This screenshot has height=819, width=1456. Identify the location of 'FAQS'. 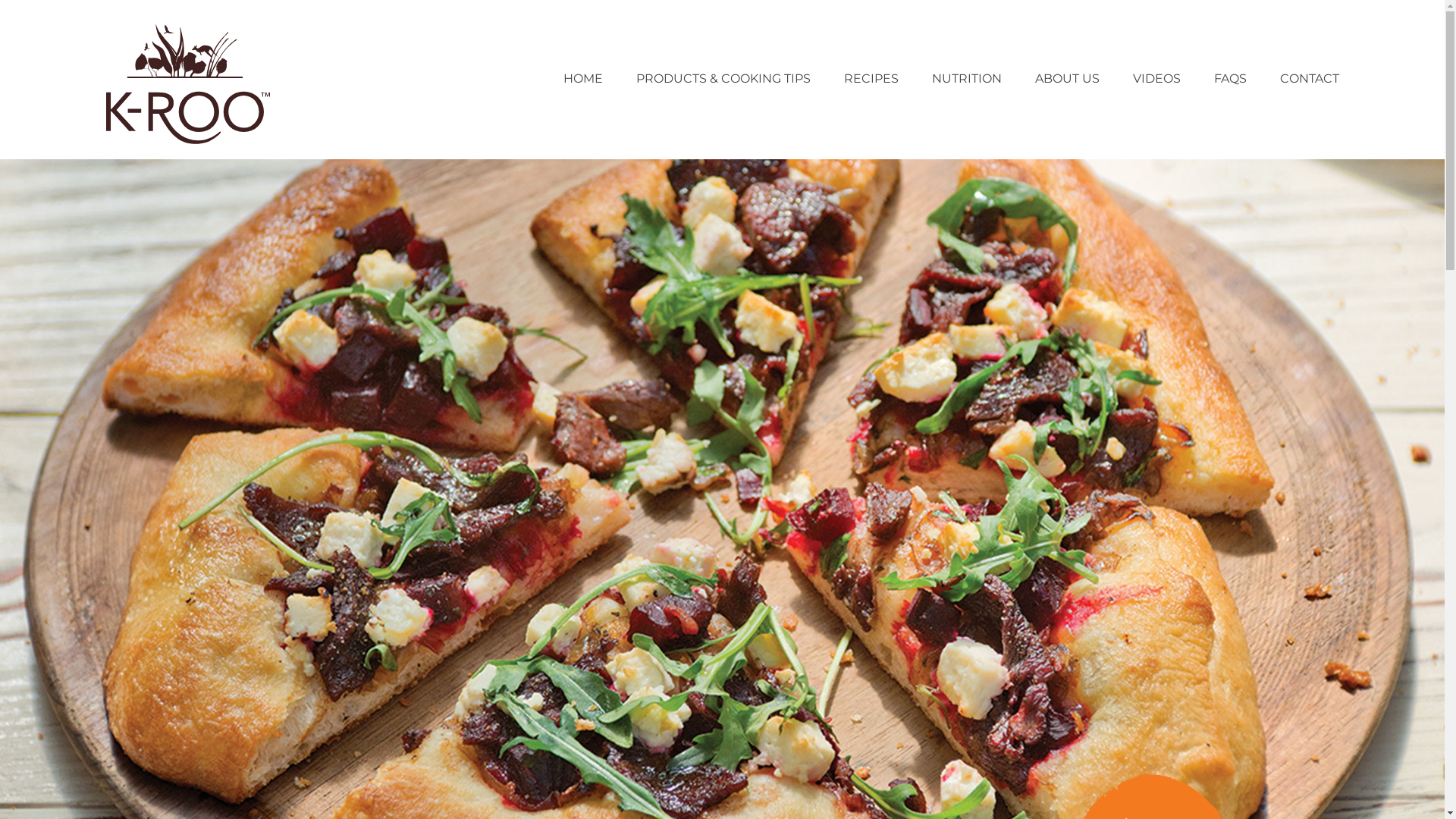
(1229, 78).